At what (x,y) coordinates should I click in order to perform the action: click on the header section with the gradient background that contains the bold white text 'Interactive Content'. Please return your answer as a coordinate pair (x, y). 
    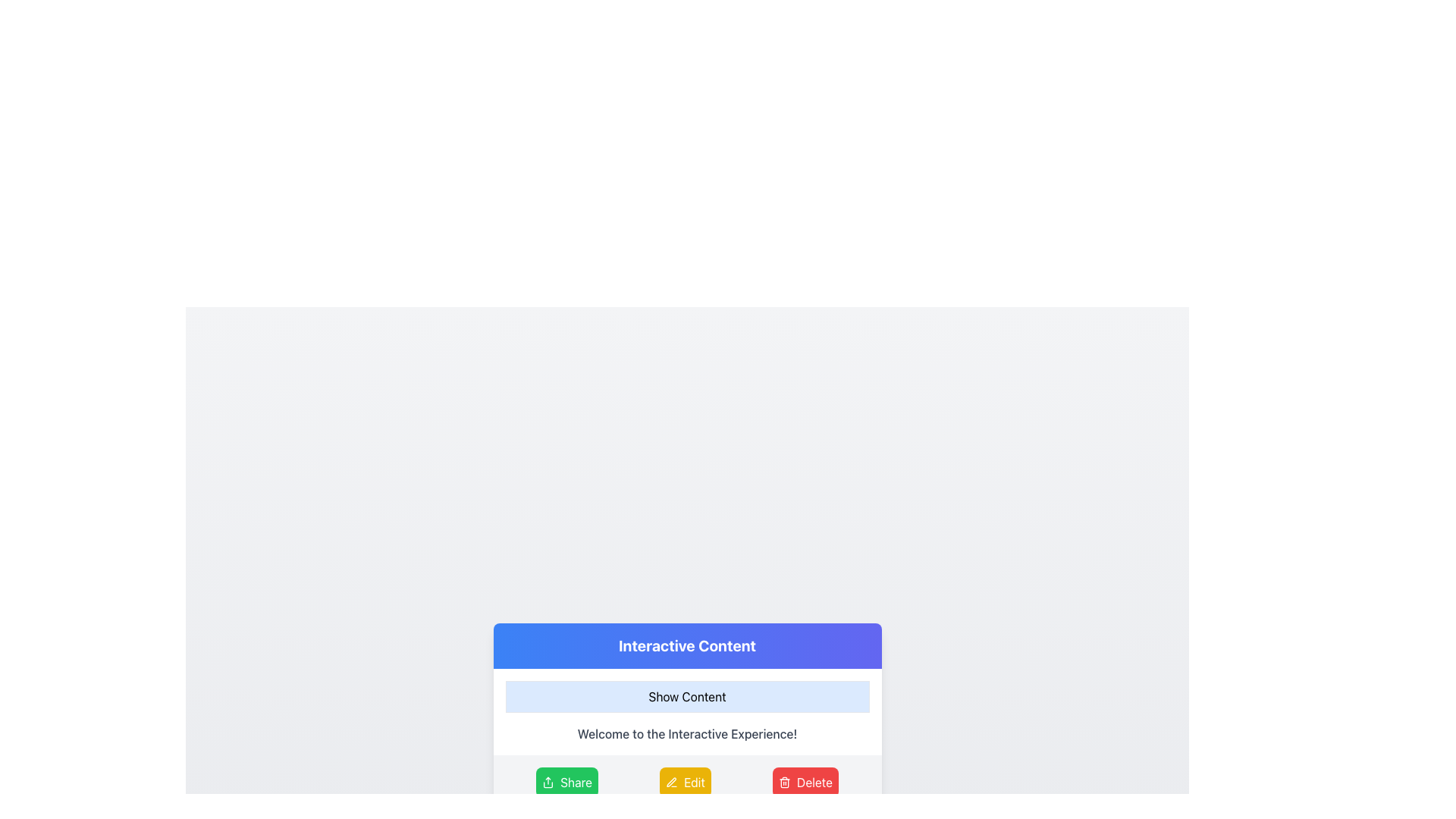
    Looking at the image, I should click on (686, 646).